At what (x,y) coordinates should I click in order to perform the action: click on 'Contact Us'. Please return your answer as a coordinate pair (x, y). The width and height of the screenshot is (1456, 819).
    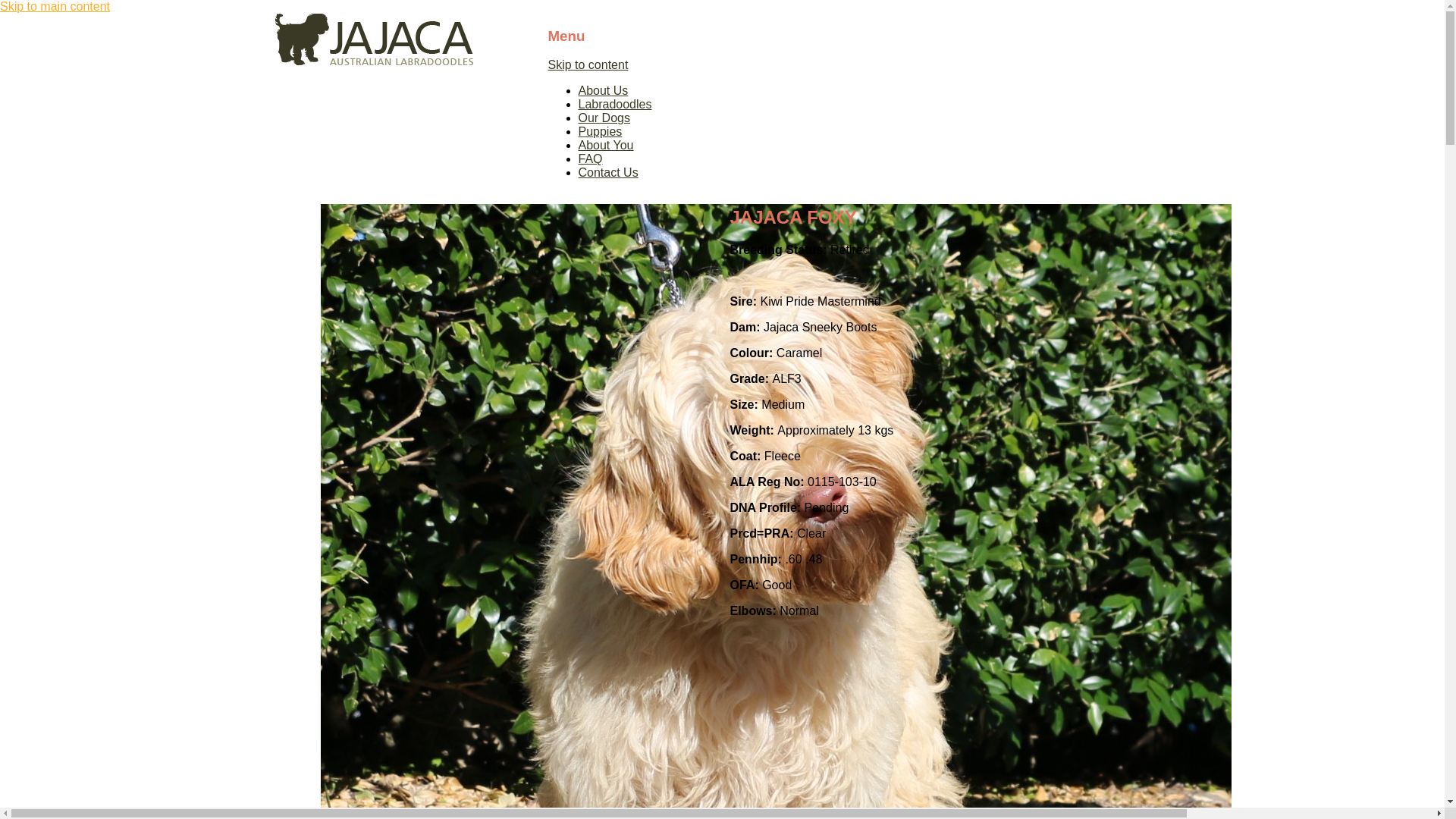
    Looking at the image, I should click on (607, 171).